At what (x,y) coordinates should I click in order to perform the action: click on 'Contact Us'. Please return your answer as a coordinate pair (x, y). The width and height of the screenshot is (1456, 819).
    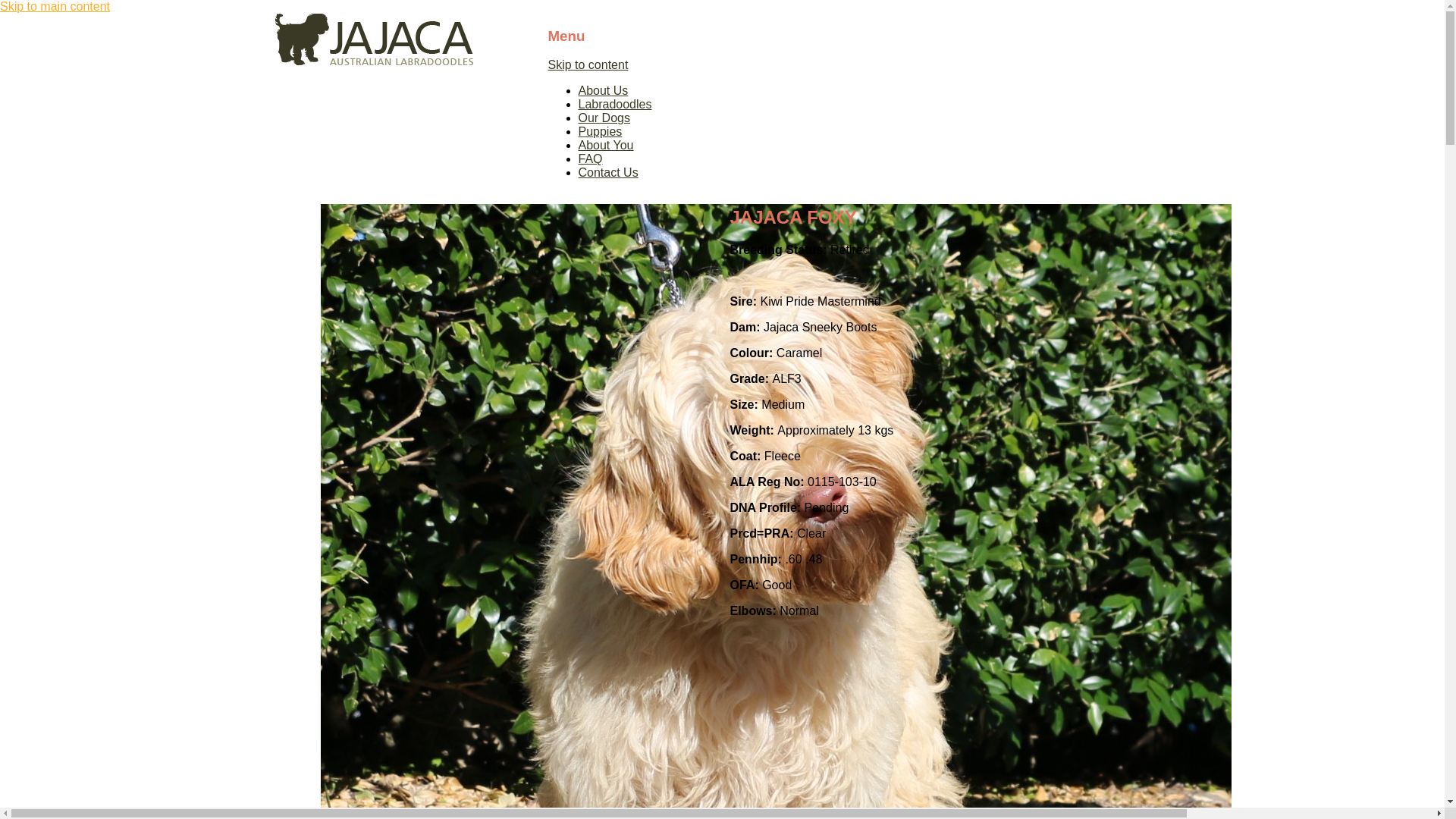
    Looking at the image, I should click on (607, 171).